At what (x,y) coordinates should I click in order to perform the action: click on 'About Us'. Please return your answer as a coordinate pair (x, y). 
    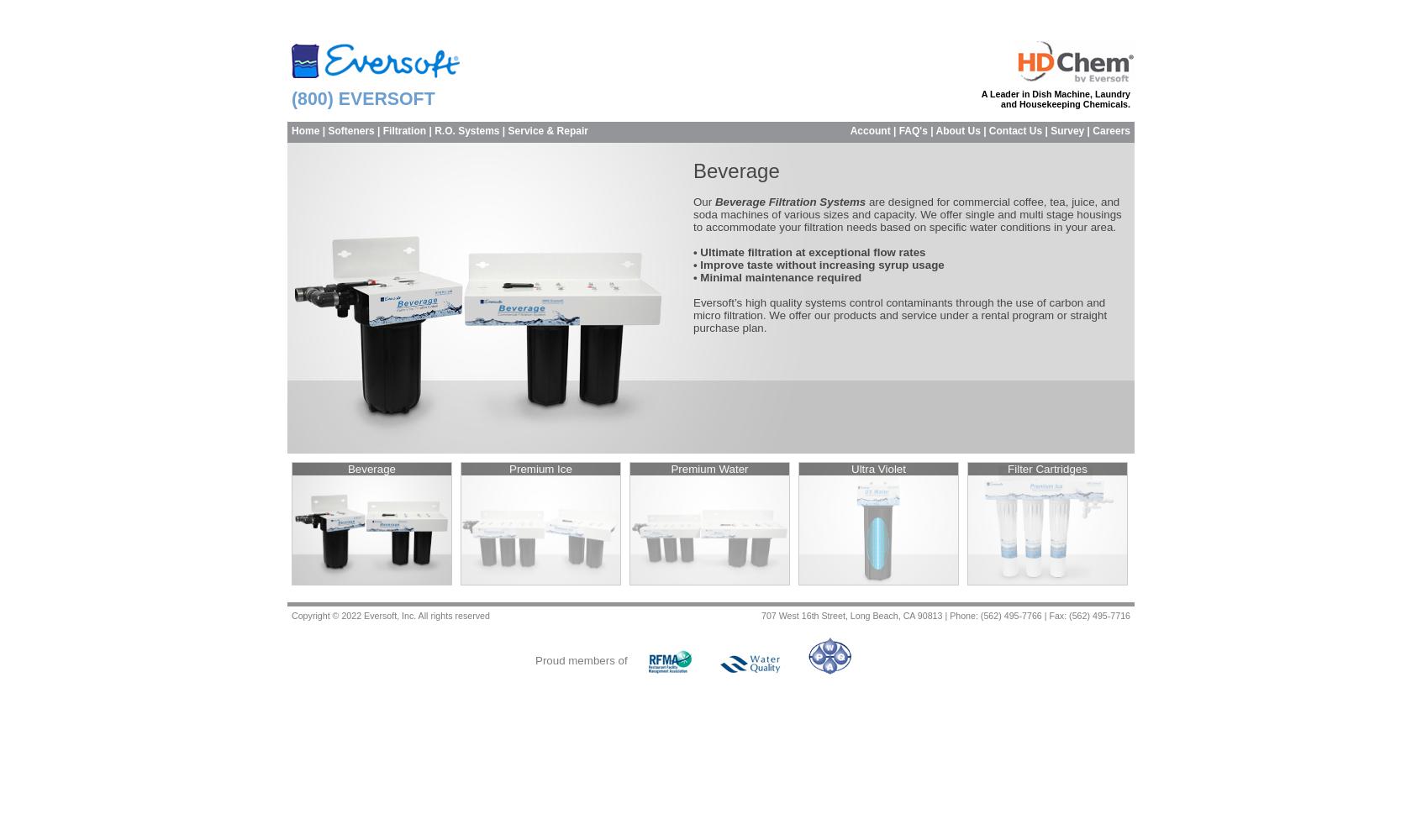
    Looking at the image, I should click on (956, 131).